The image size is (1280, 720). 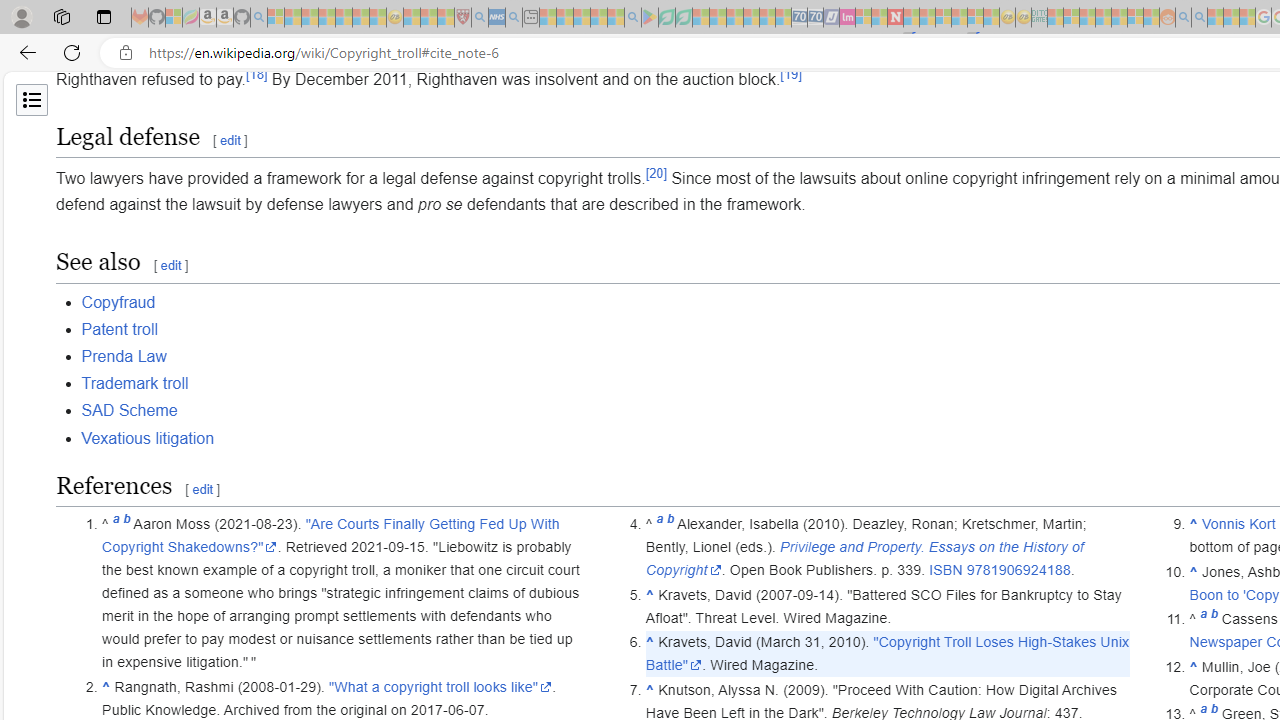 What do you see at coordinates (146, 437) in the screenshot?
I see `'Vexatious litigation'` at bounding box center [146, 437].